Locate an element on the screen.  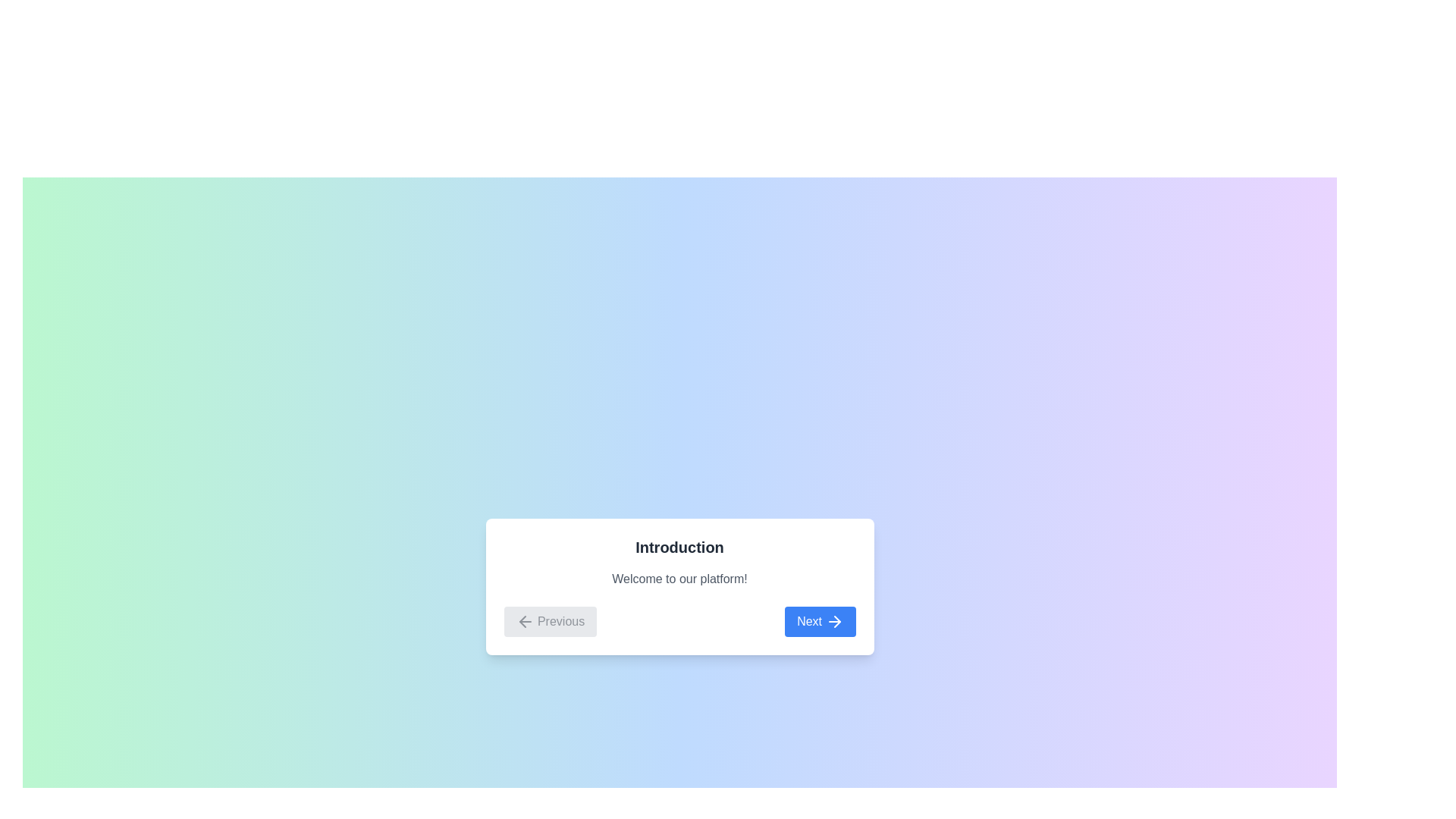
the left-pointing arrow icon in the 'Previous' button to observe potential visual changes is located at coordinates (522, 622).